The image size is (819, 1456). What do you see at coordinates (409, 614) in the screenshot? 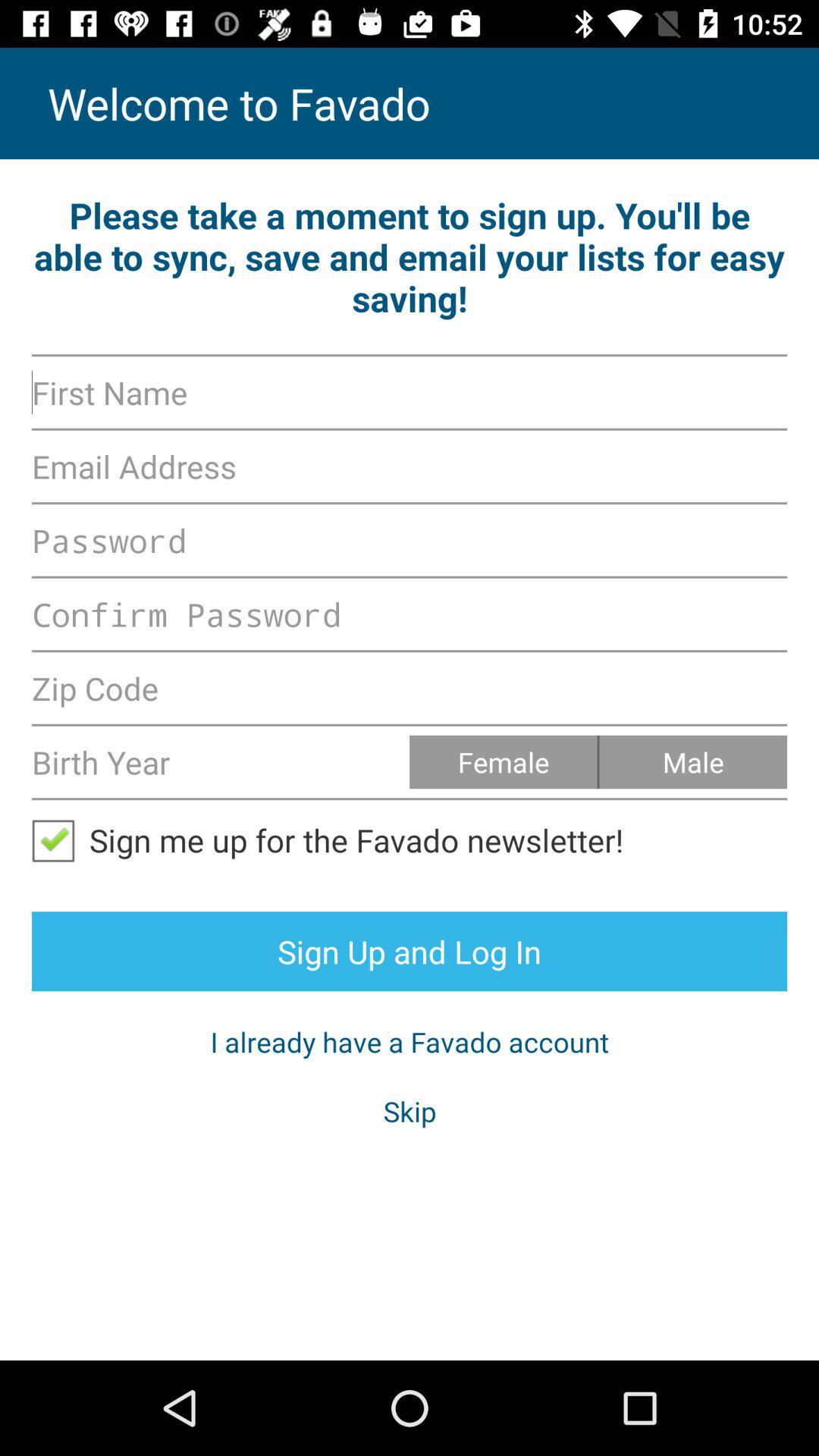
I see `password` at bounding box center [409, 614].